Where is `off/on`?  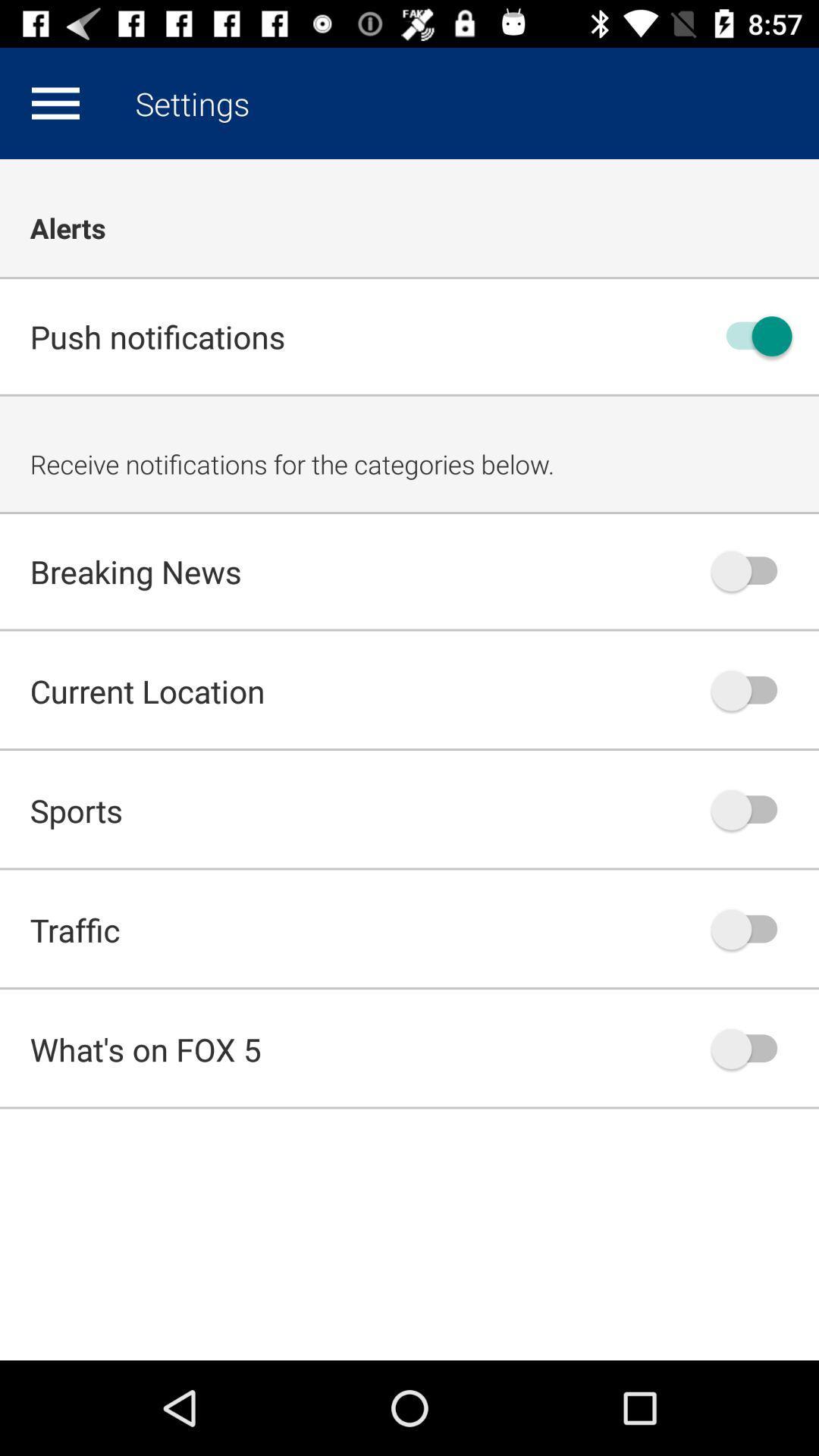
off/on is located at coordinates (752, 1048).